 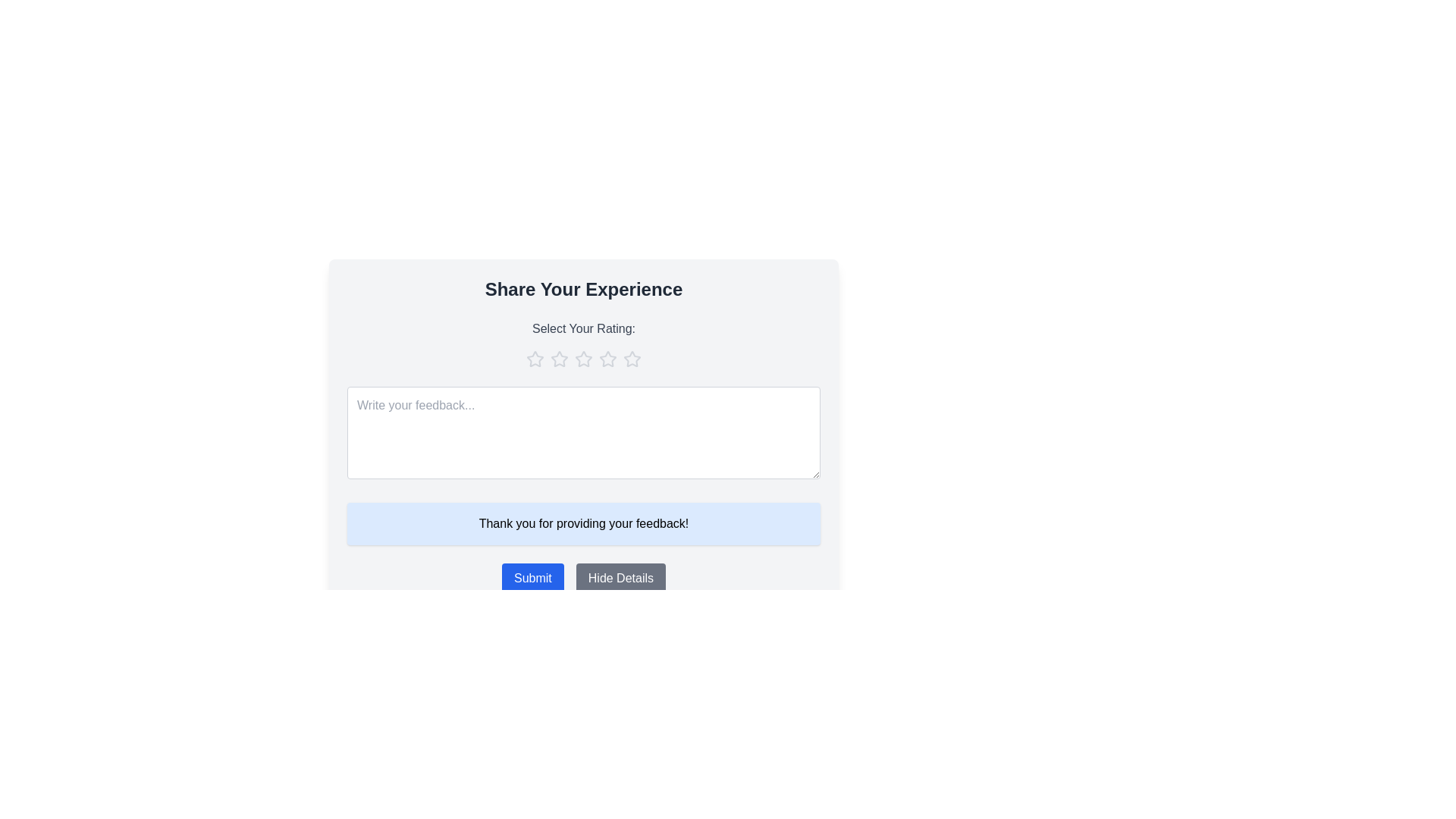 I want to click on the second star button in the rating system, so click(x=582, y=359).